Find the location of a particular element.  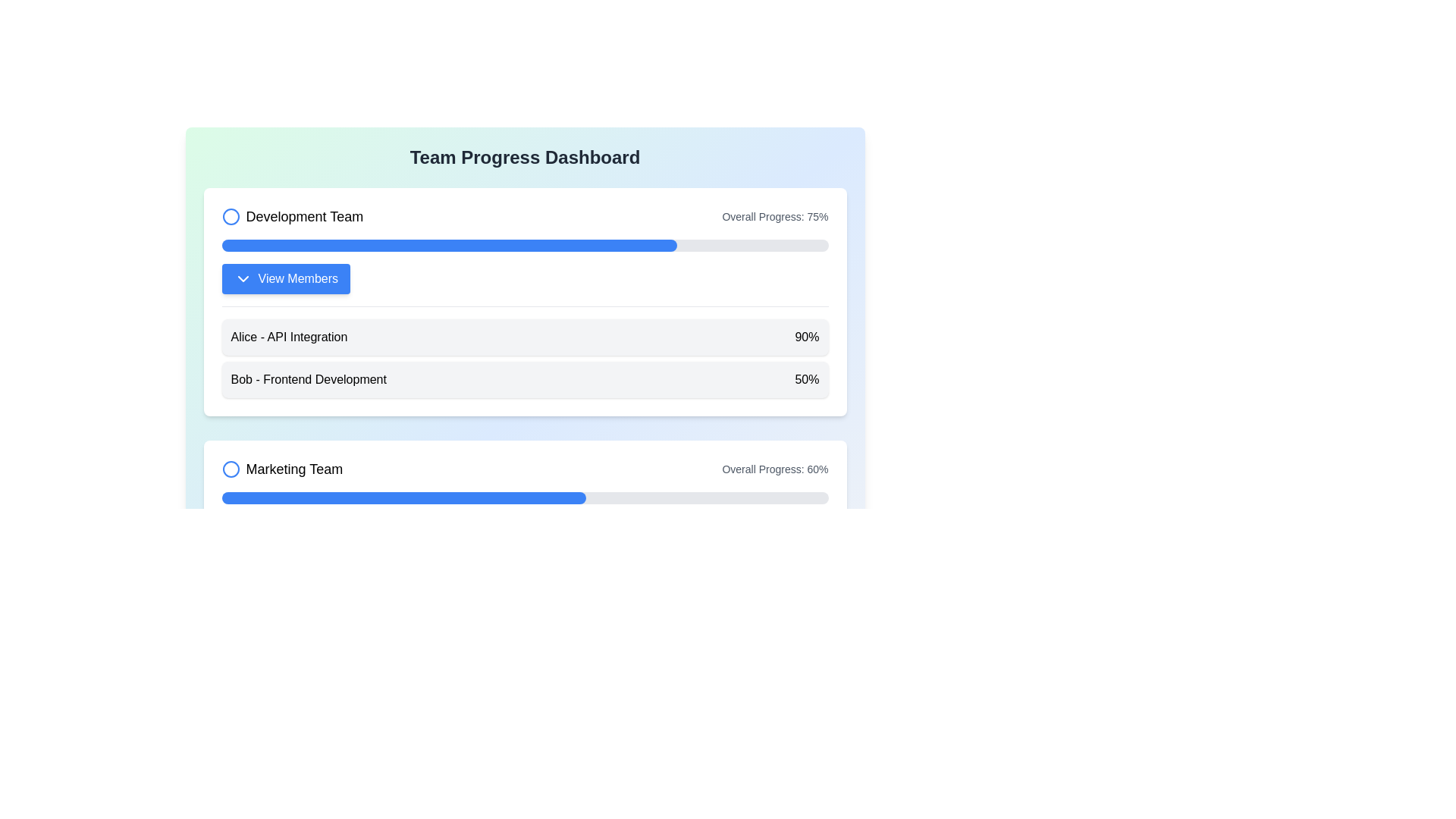

text label displaying '90%' located in the top-right corner of the card associated with 'Alice - API Integration' is located at coordinates (806, 336).